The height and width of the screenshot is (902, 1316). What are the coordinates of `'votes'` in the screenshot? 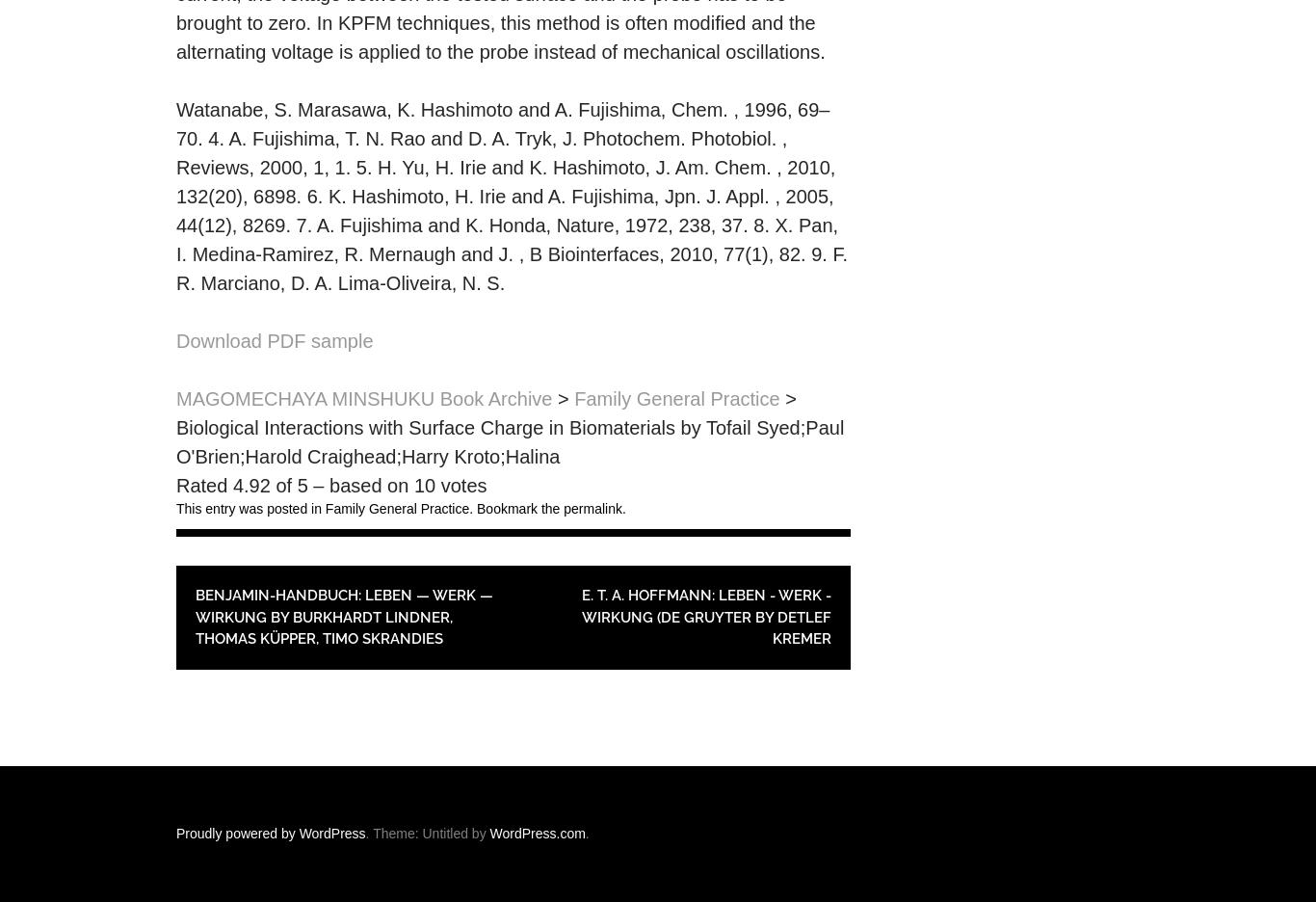 It's located at (461, 485).